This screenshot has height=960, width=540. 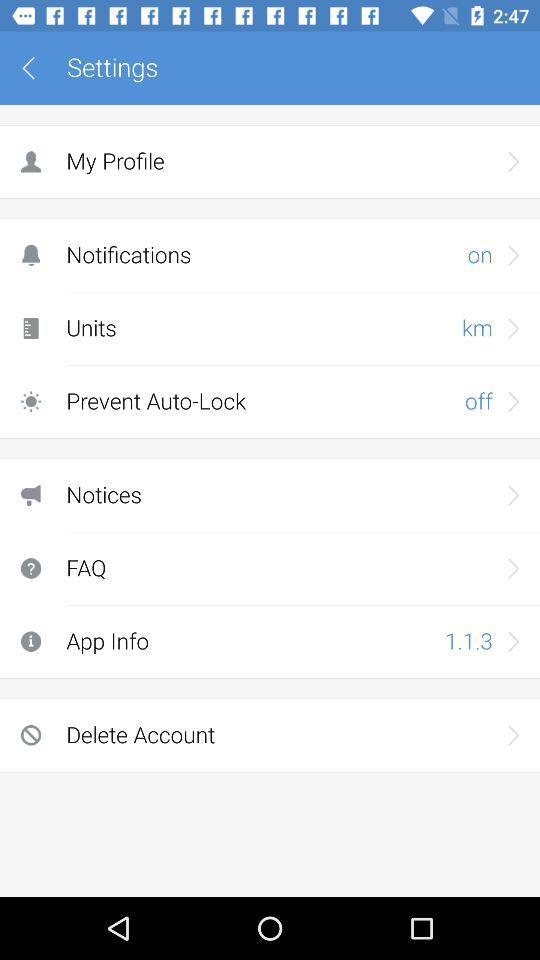 What do you see at coordinates (35, 68) in the screenshot?
I see `press to go back to previous menu` at bounding box center [35, 68].